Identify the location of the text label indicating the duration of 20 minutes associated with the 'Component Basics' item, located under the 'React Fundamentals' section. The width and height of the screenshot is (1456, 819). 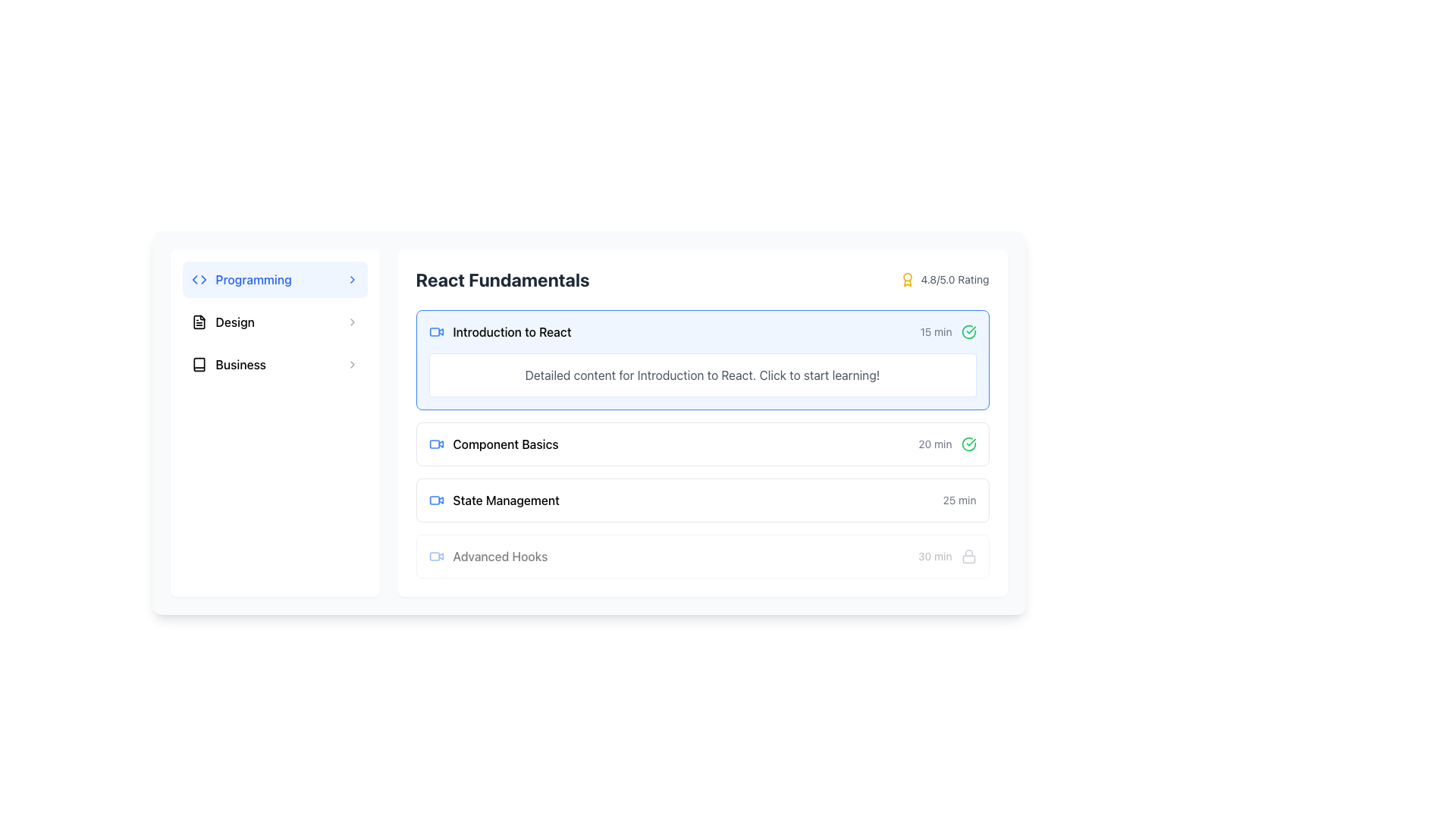
(946, 444).